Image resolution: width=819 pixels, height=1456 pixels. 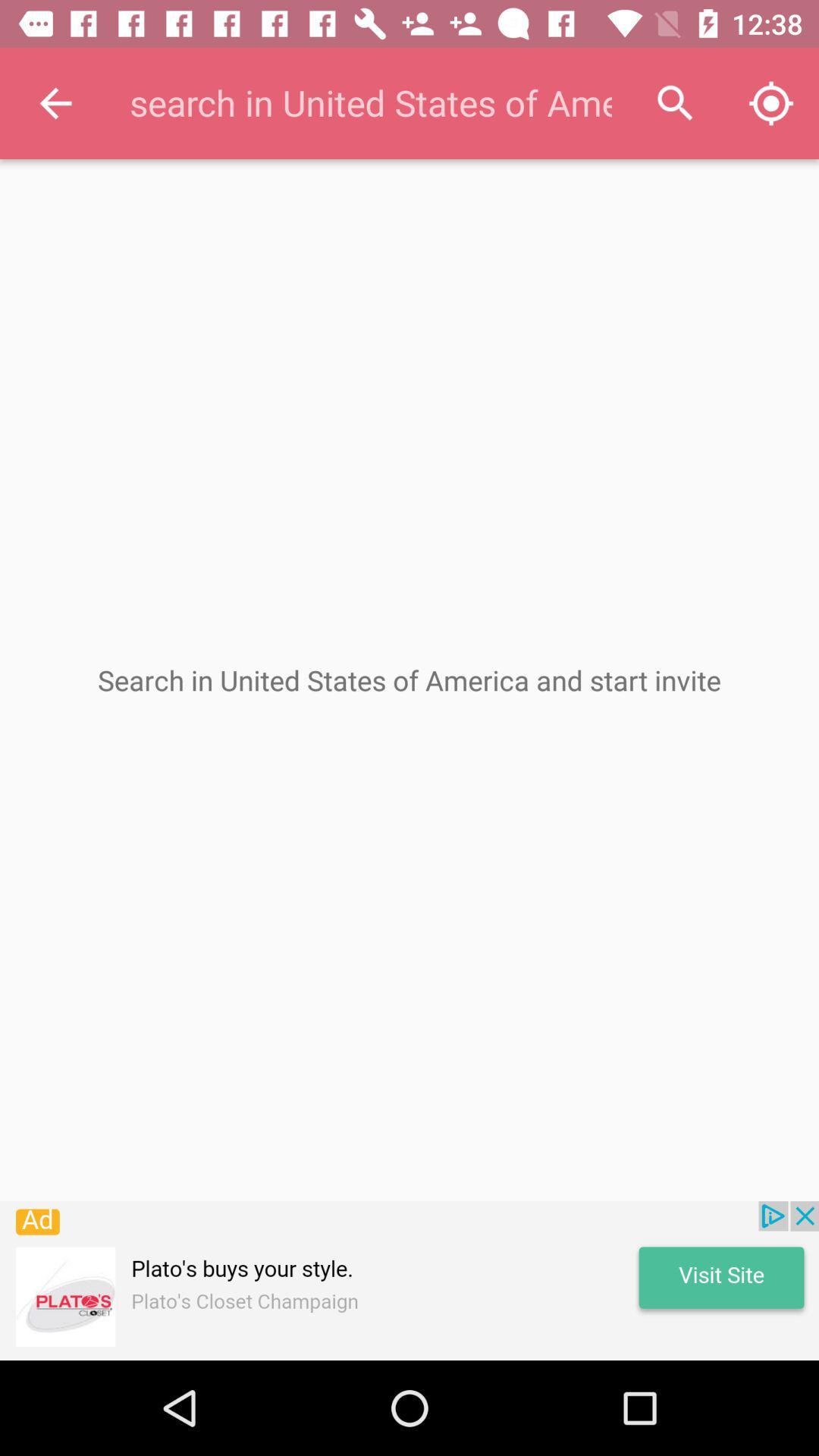 What do you see at coordinates (369, 102) in the screenshot?
I see `search in united states` at bounding box center [369, 102].